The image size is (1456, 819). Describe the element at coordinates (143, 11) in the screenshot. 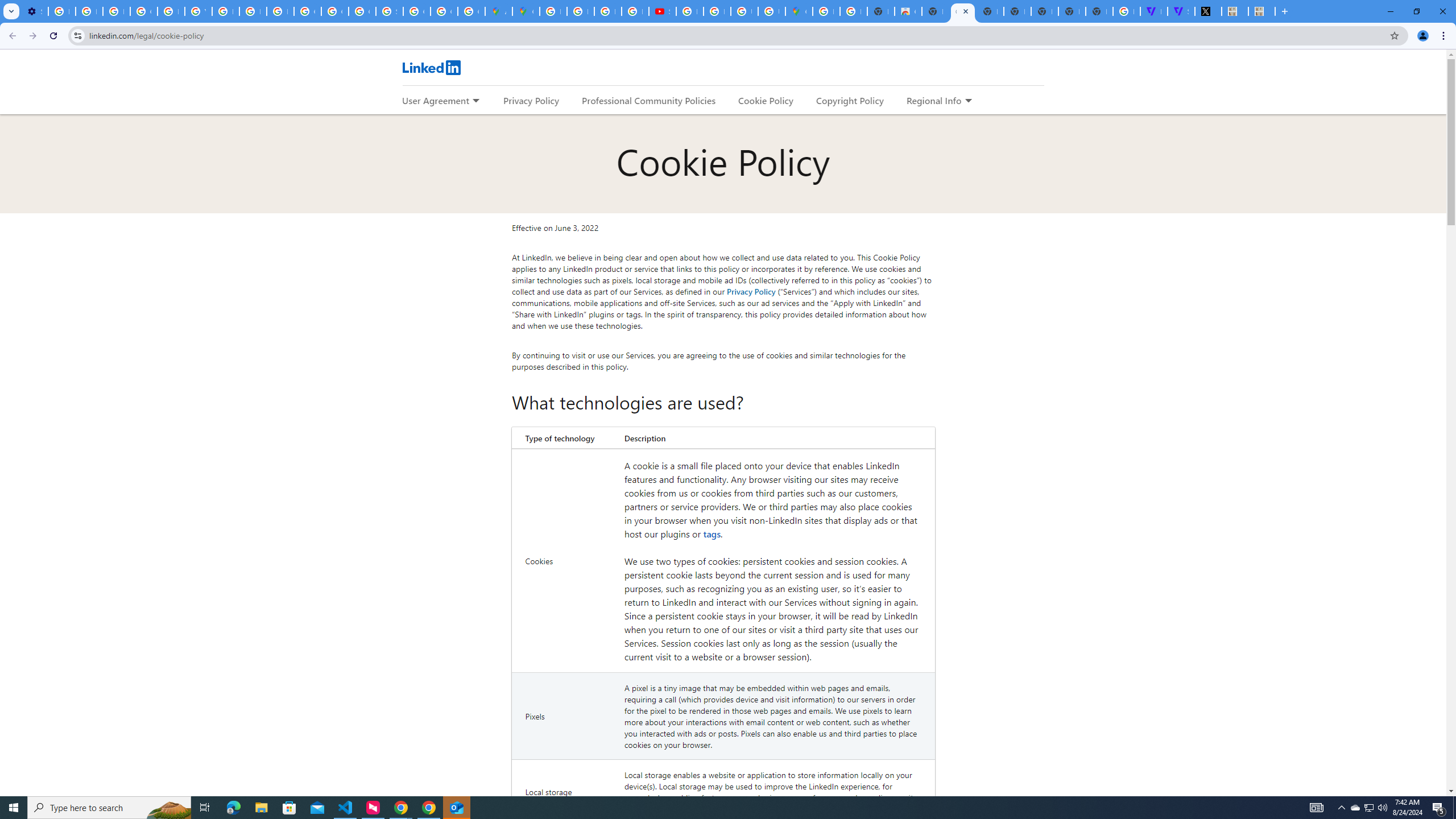

I see `'Google Account Help'` at that location.